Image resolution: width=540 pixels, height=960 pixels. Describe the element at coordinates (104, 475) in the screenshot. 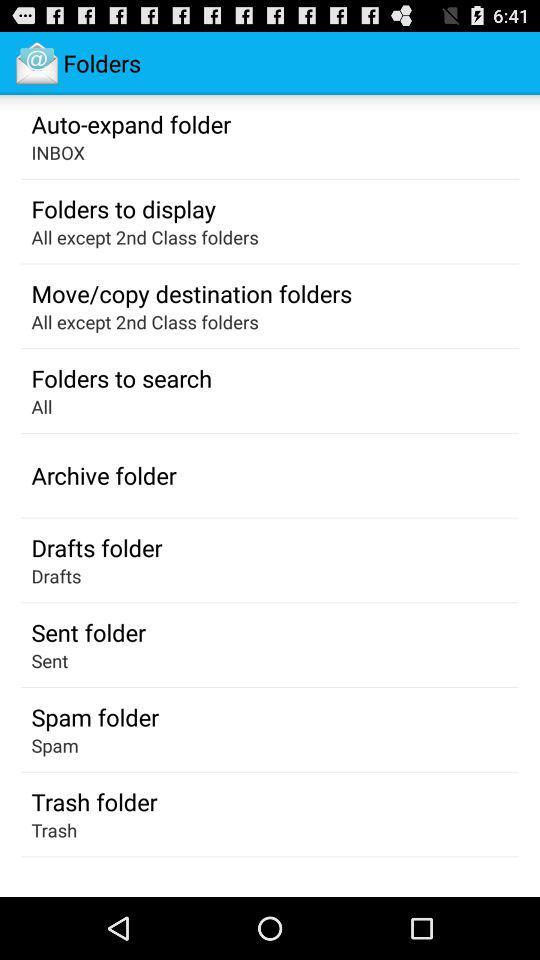

I see `app below the all app` at that location.